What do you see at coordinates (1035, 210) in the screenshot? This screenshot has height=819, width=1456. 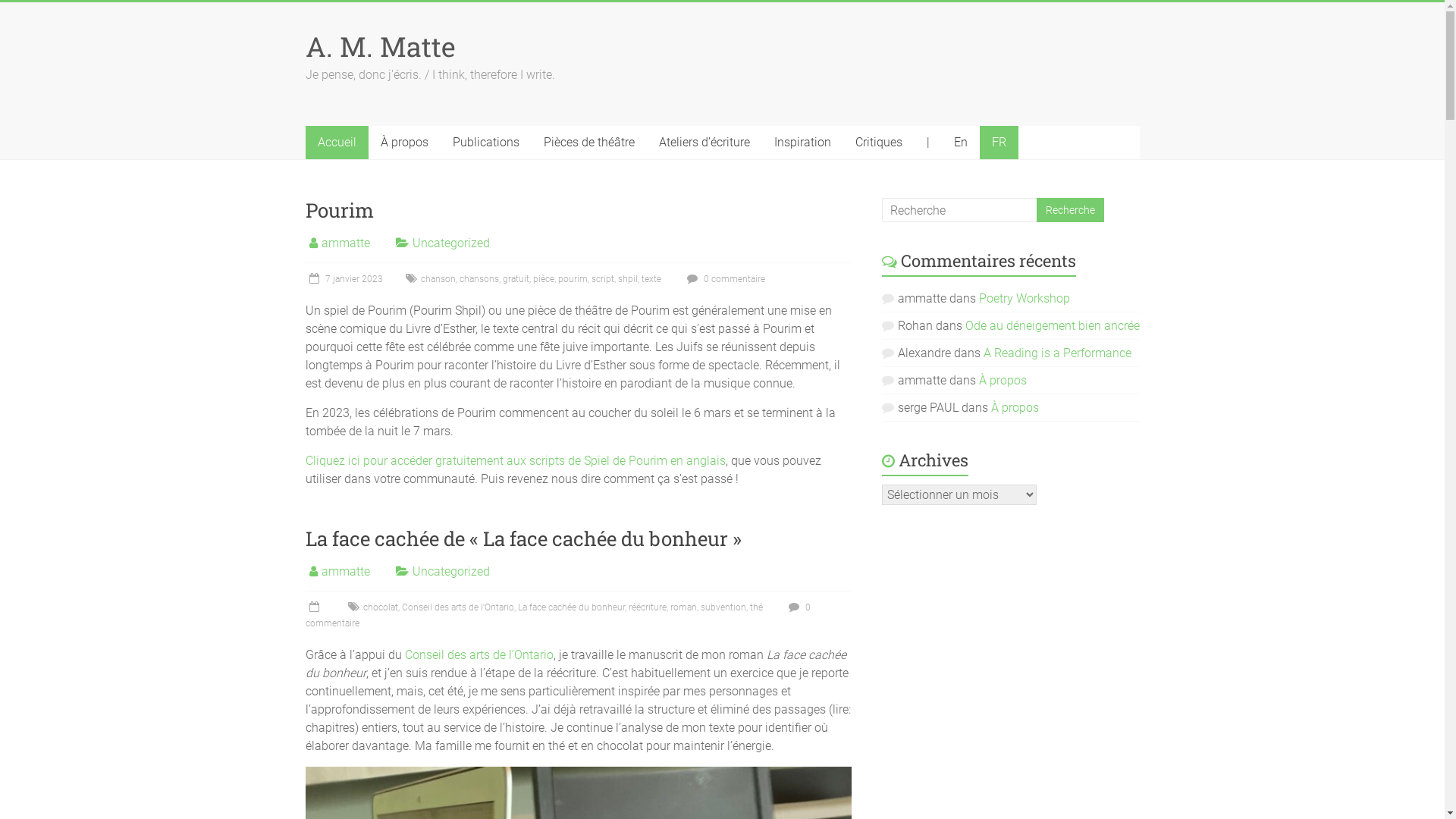 I see `'Recherche'` at bounding box center [1035, 210].